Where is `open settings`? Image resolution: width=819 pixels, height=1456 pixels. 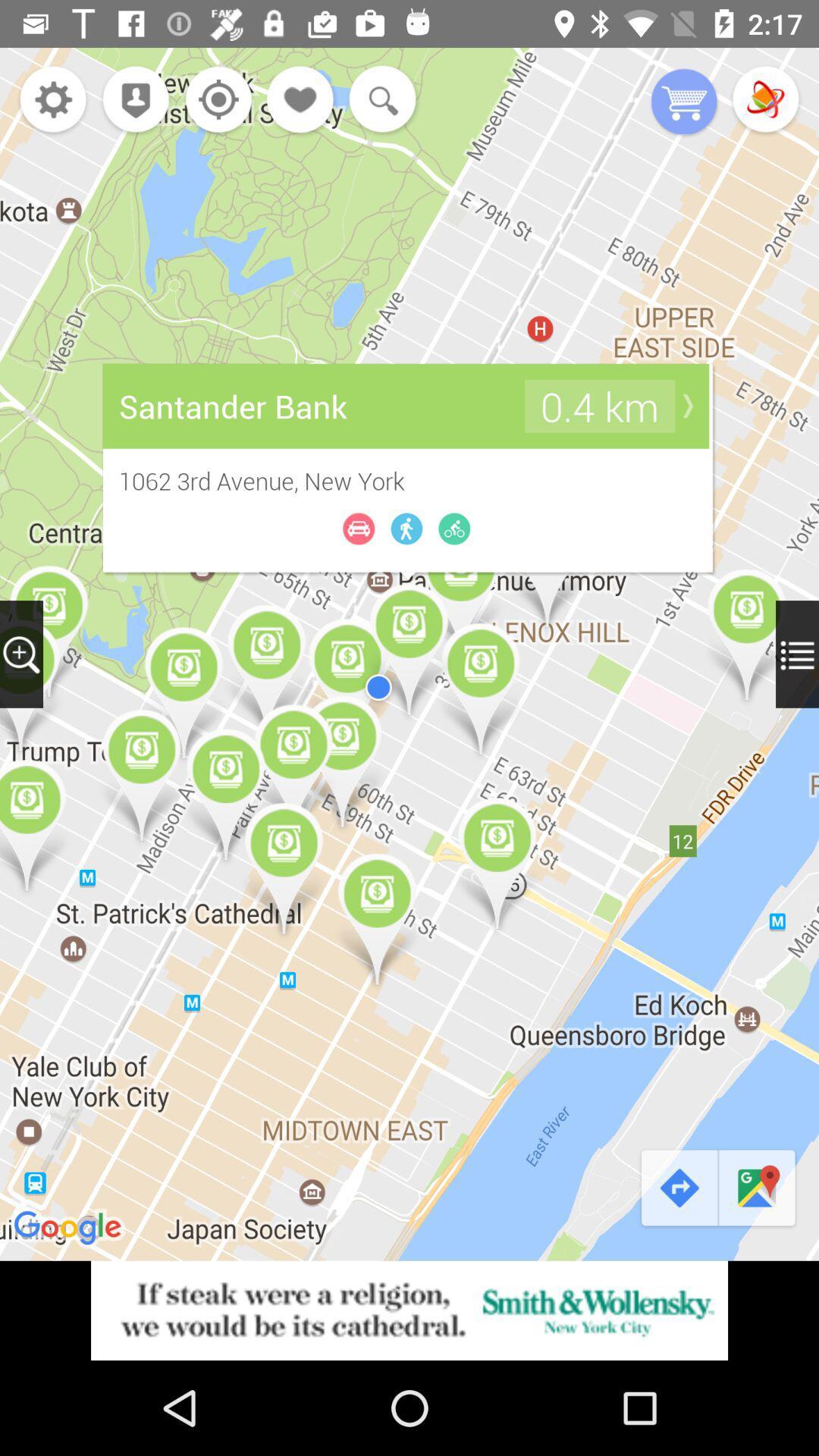
open settings is located at coordinates (52, 100).